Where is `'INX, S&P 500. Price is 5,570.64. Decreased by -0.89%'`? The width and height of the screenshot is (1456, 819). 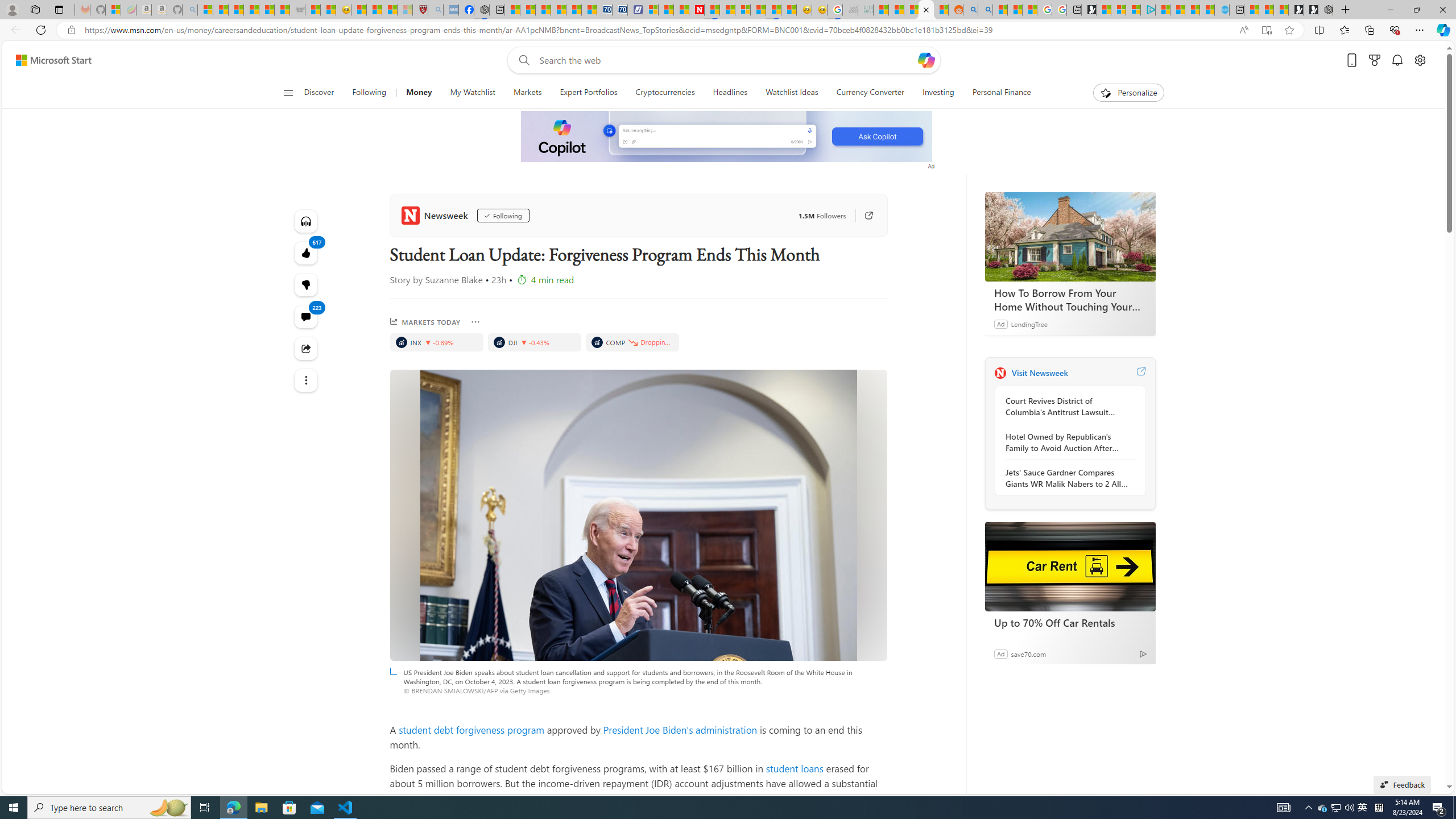
'INX, S&P 500. Price is 5,570.64. Decreased by -0.89%' is located at coordinates (436, 342).